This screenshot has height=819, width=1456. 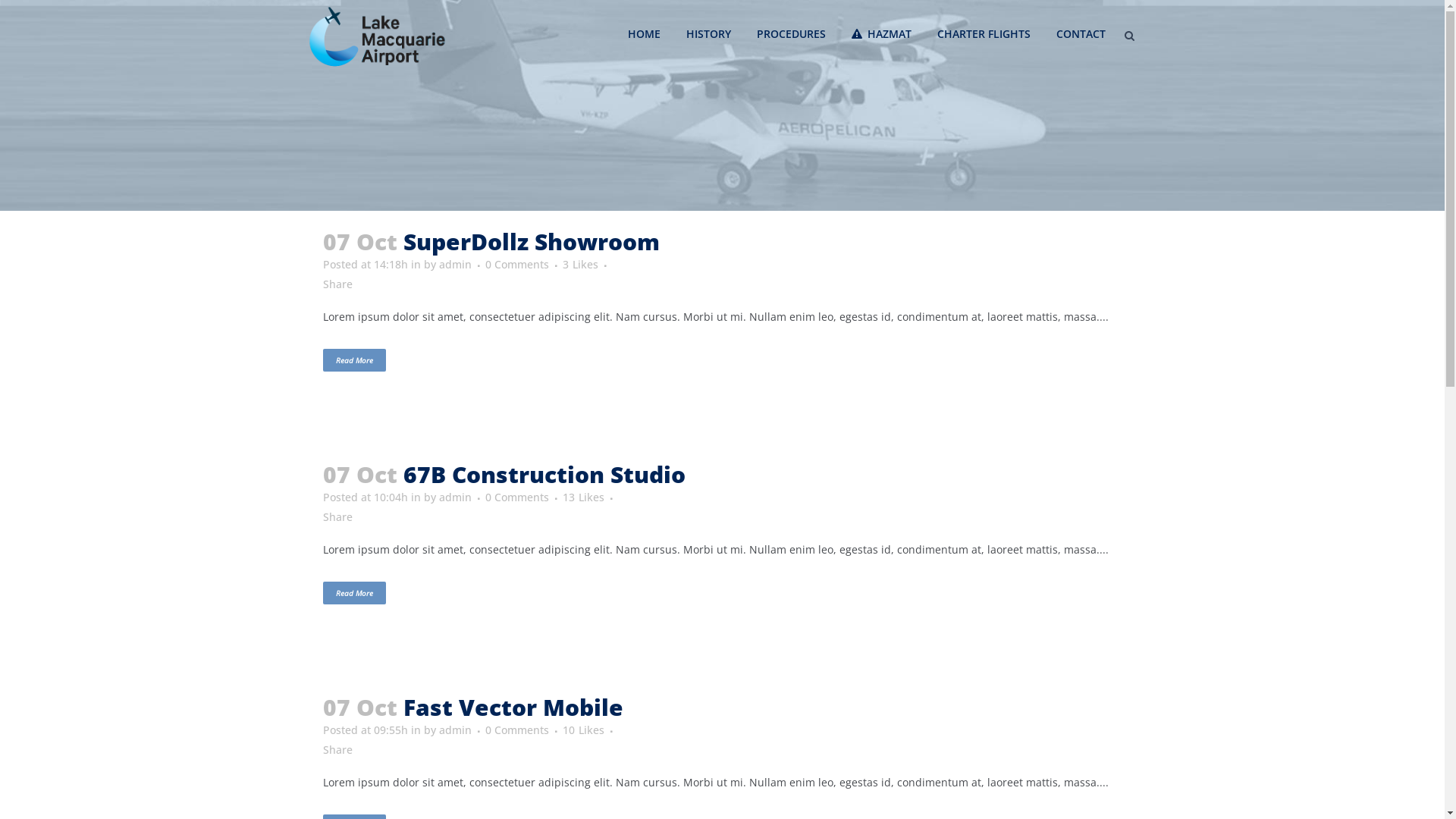 What do you see at coordinates (513, 707) in the screenshot?
I see `'Fast Vector Mobile'` at bounding box center [513, 707].